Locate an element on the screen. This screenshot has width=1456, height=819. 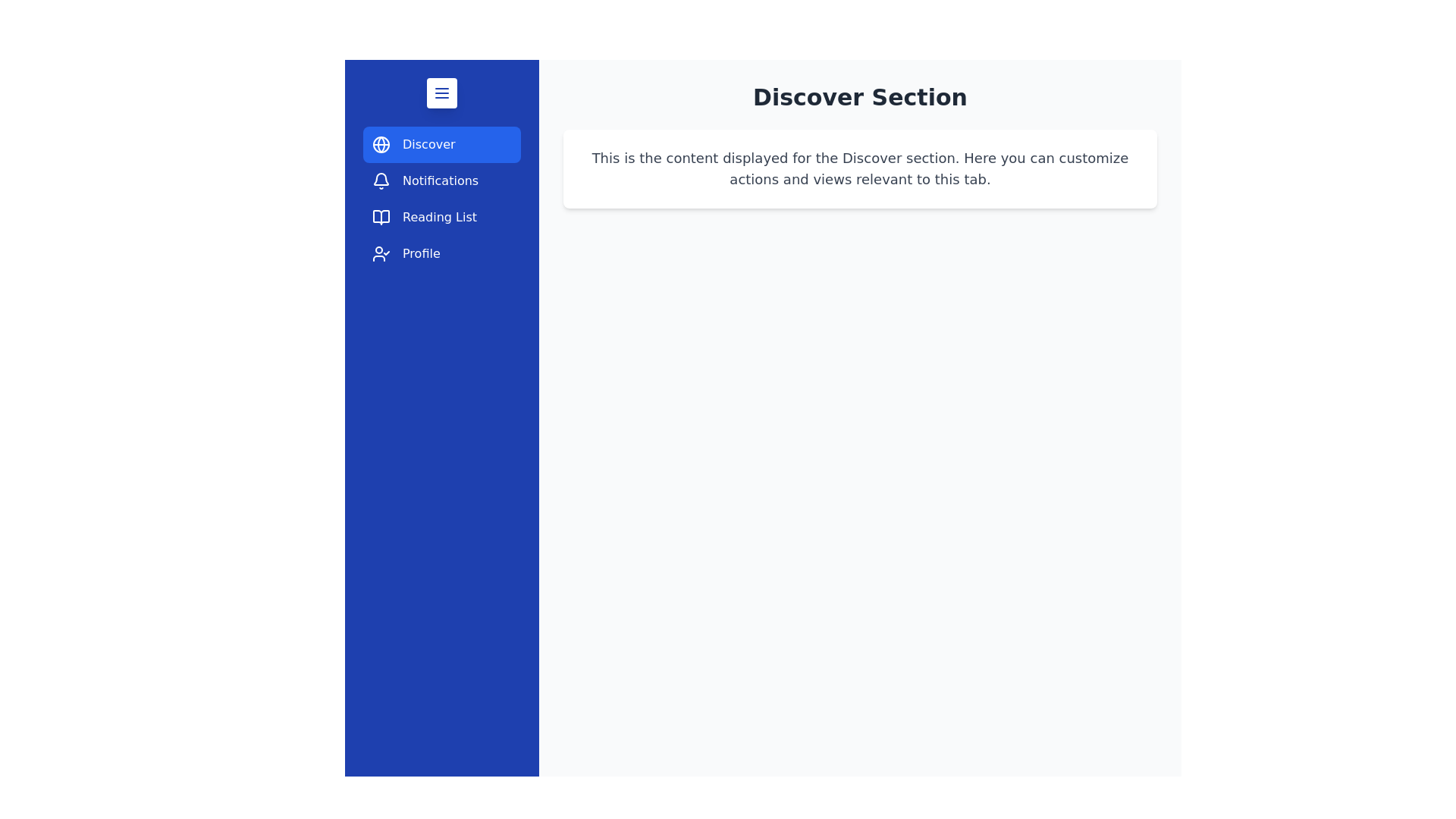
the tab labeled Discover to navigate to its section is located at coordinates (441, 145).